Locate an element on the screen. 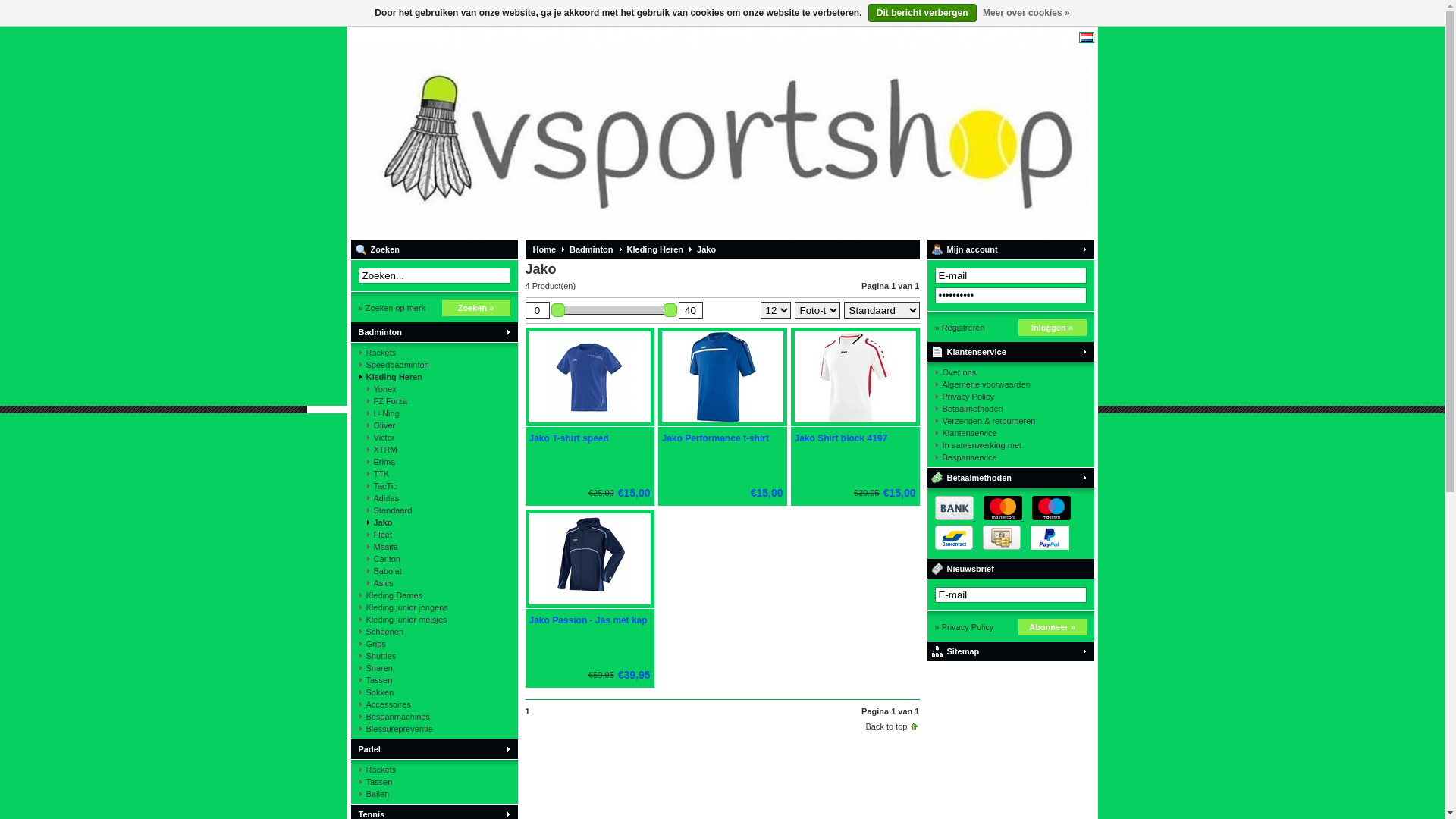  'Masita' is located at coordinates (432, 547).